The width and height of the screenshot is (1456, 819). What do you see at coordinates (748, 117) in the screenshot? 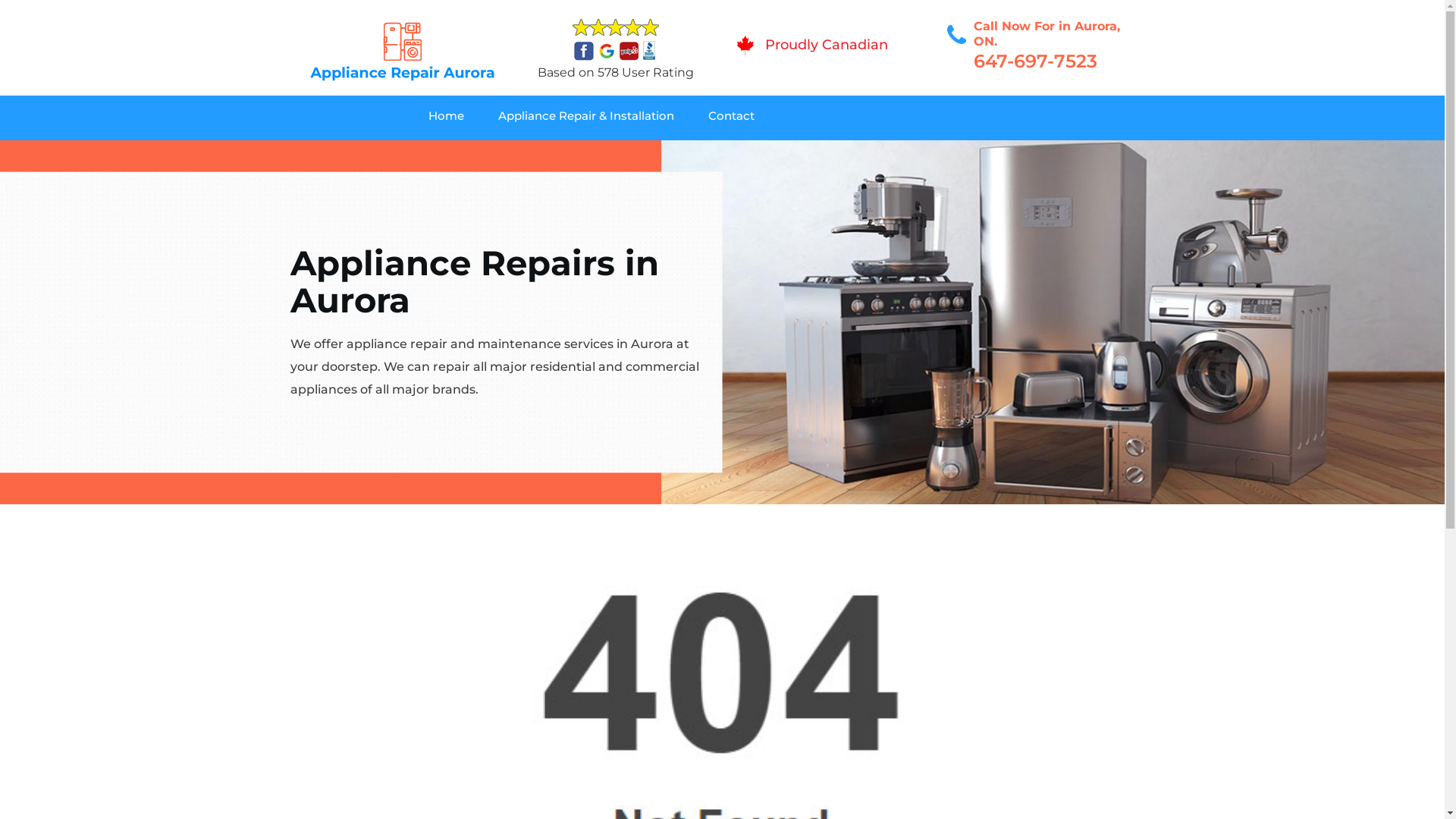
I see `'Contact'` at bounding box center [748, 117].